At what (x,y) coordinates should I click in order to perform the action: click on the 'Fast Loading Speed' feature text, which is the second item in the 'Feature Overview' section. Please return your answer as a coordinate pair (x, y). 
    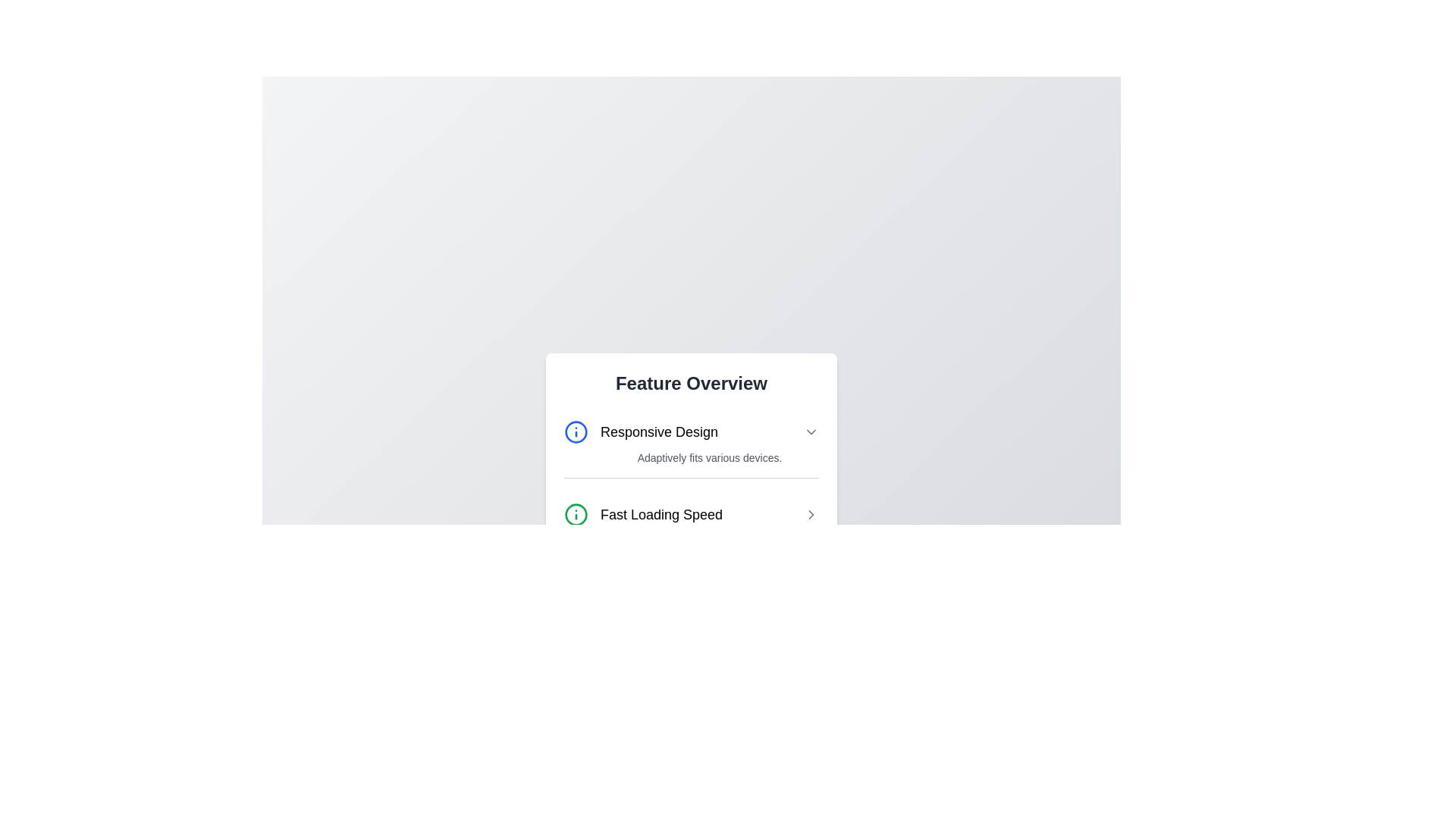
    Looking at the image, I should click on (691, 513).